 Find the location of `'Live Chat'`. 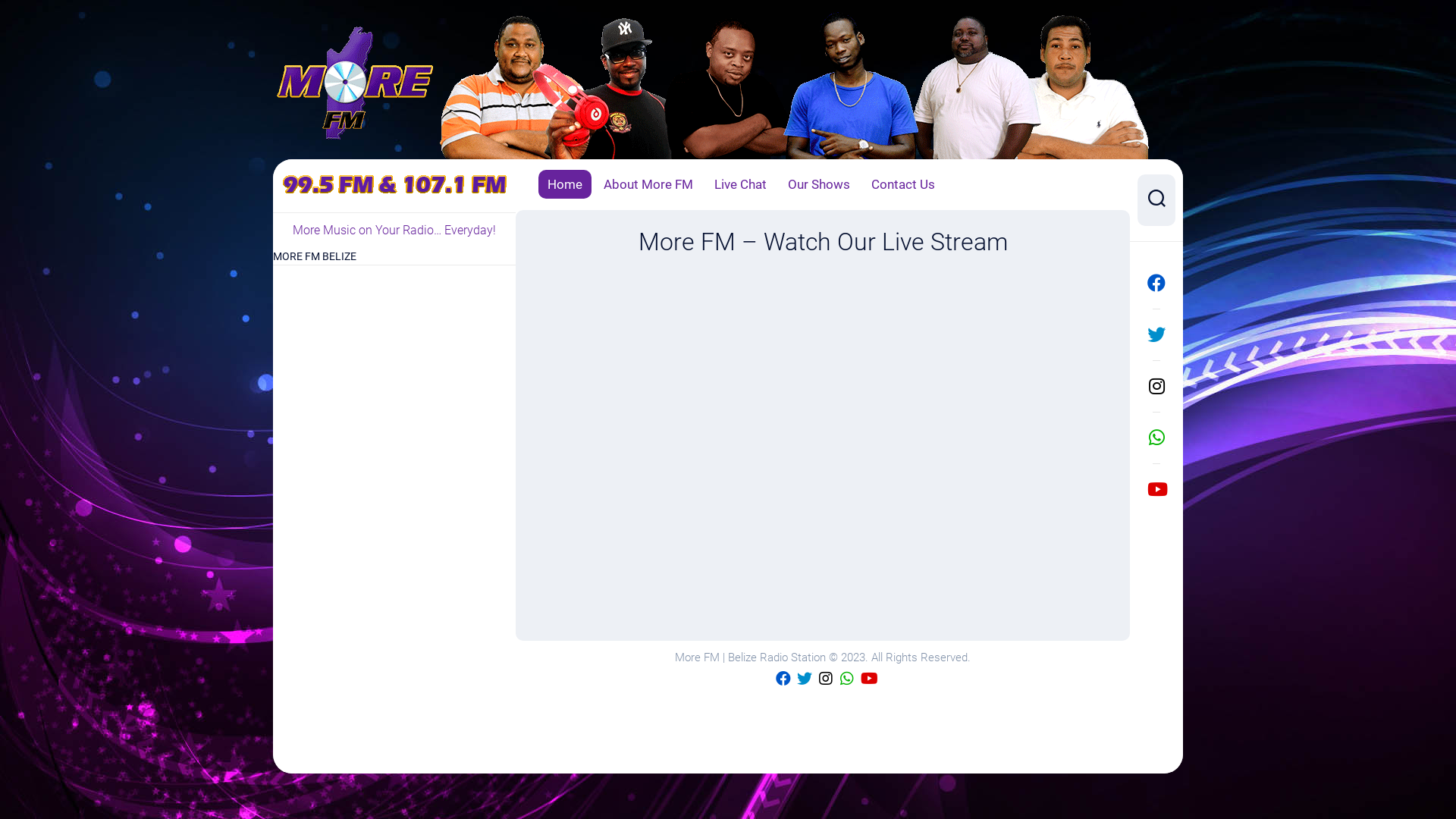

'Live Chat' is located at coordinates (740, 184).